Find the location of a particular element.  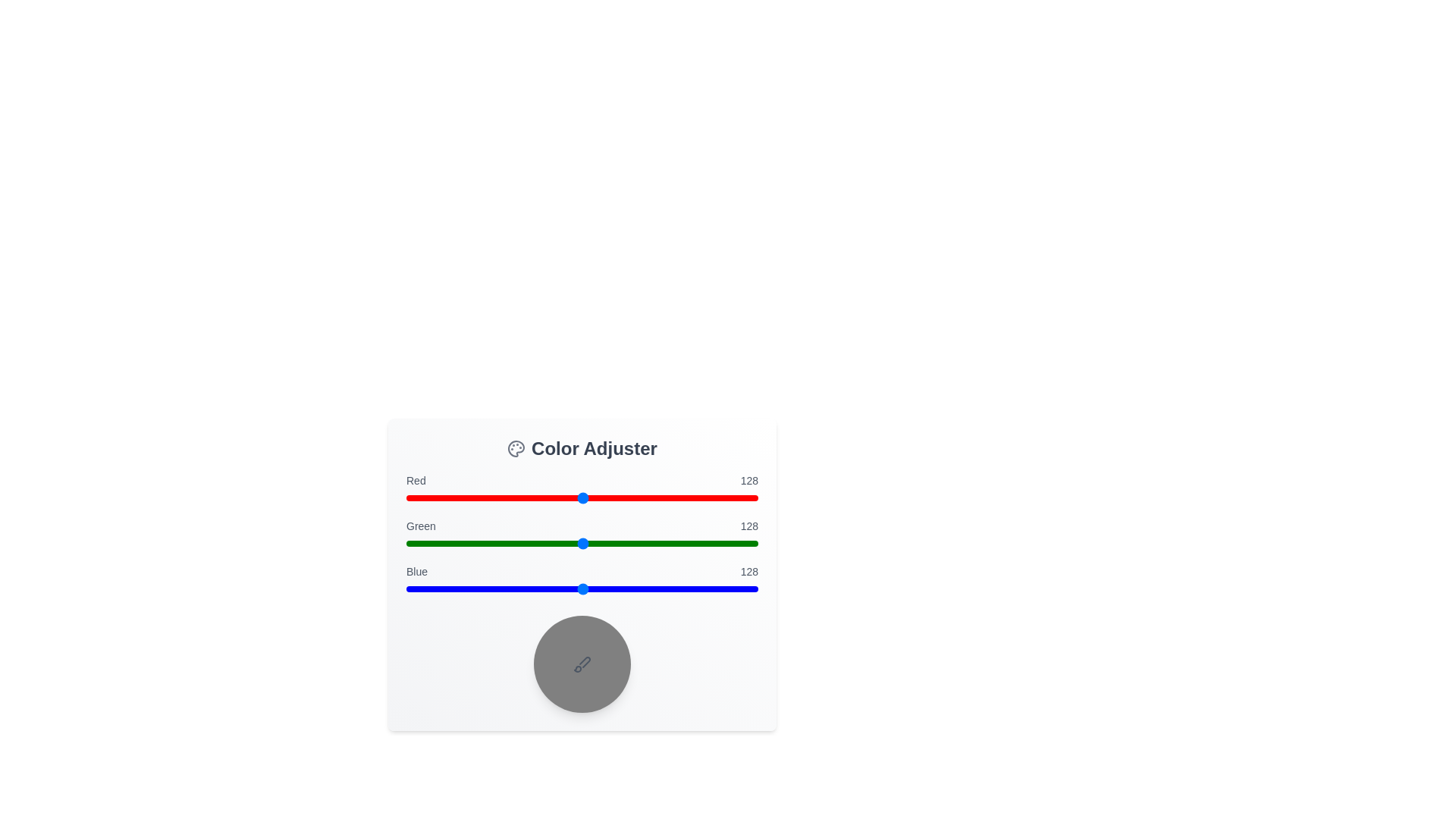

the brush icon within the circular preview area is located at coordinates (582, 663).